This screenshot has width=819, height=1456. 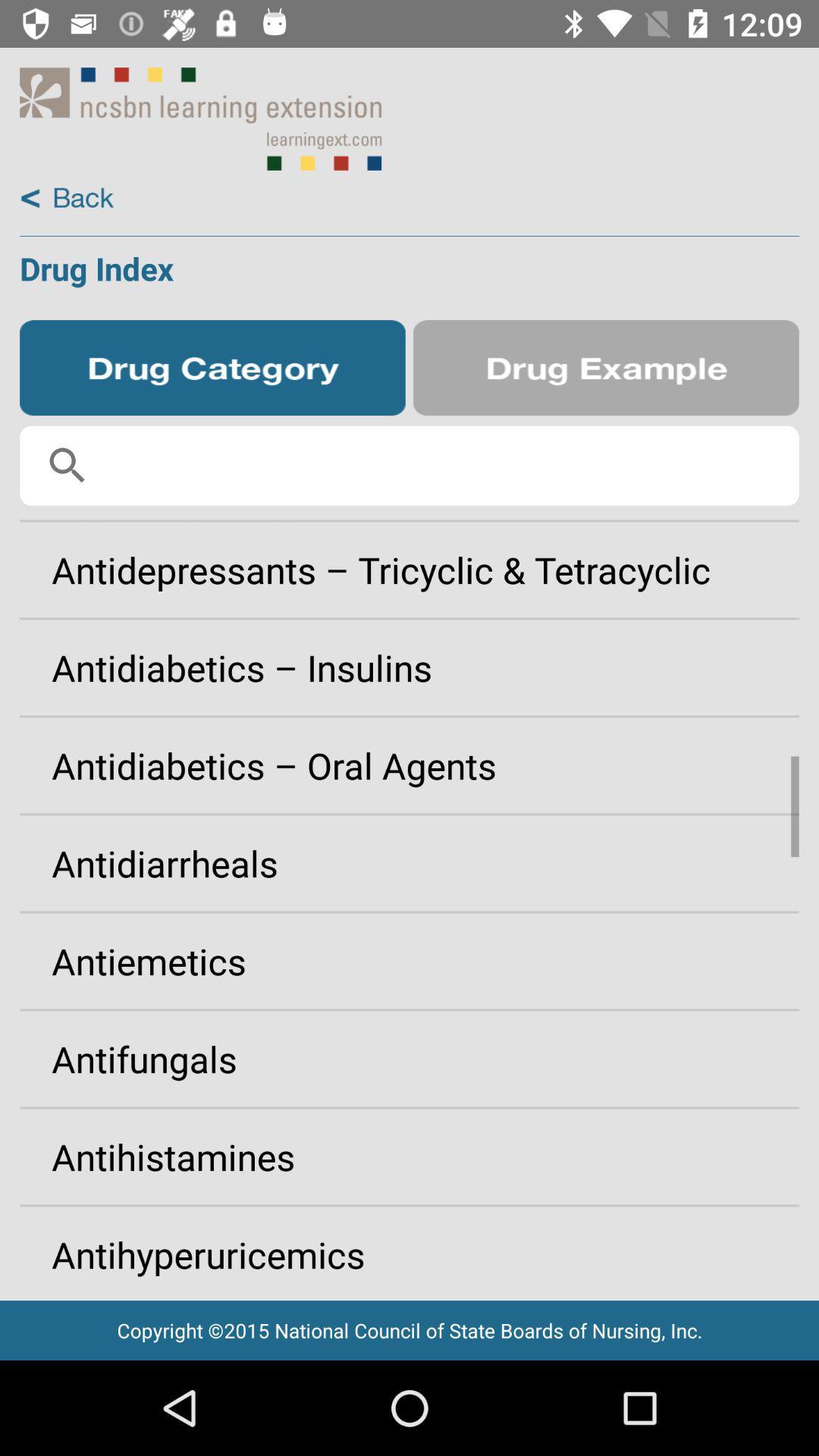 What do you see at coordinates (212, 368) in the screenshot?
I see `drug category` at bounding box center [212, 368].